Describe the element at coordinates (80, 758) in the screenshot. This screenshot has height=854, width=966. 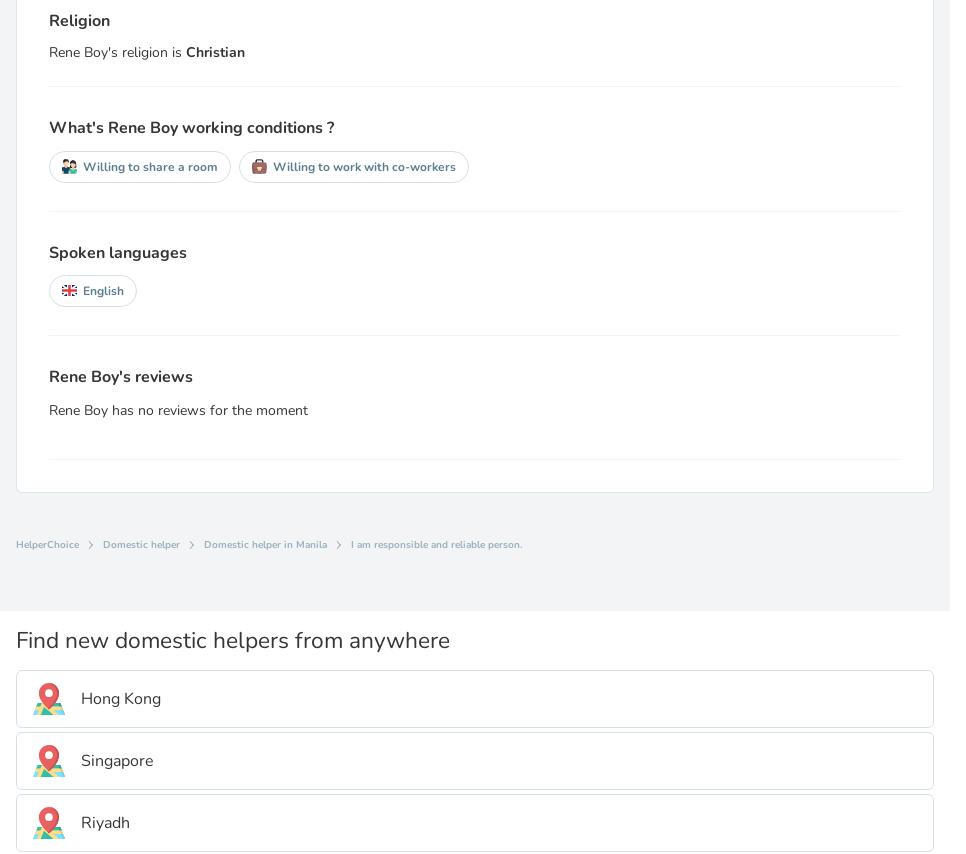
I see `'Singapore'` at that location.